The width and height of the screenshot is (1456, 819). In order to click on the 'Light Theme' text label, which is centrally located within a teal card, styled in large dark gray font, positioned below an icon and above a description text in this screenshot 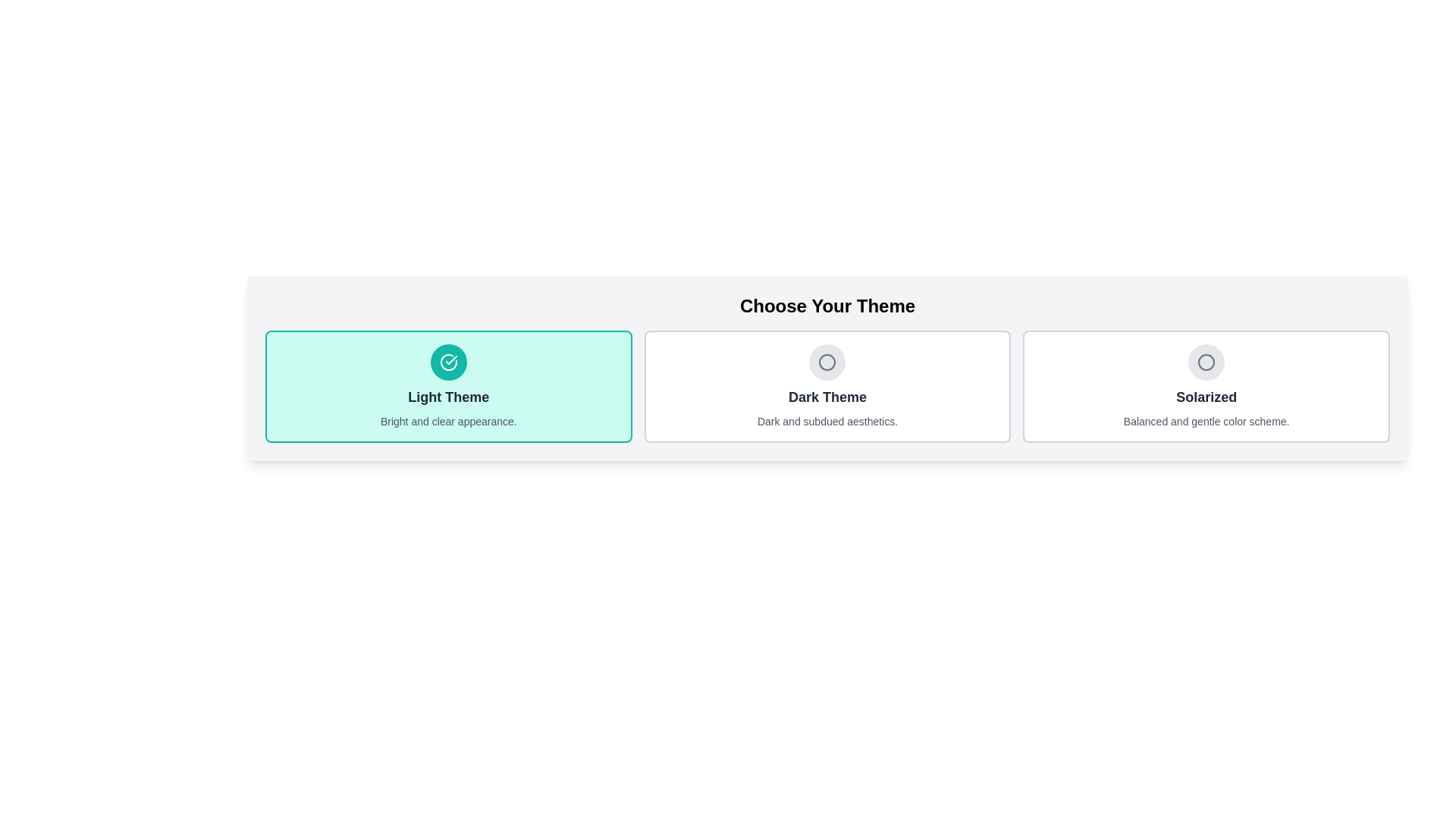, I will do `click(447, 397)`.